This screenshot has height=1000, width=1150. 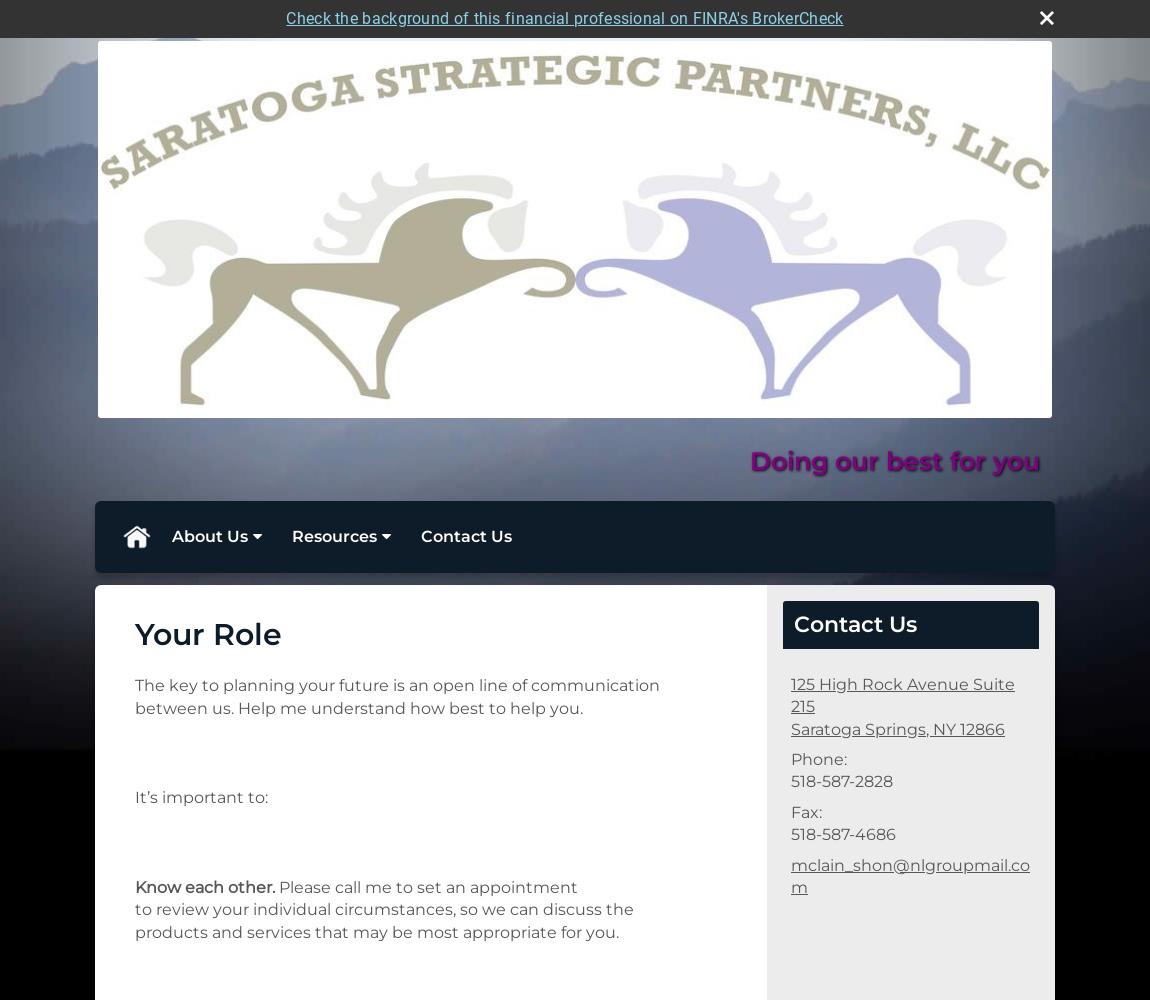 What do you see at coordinates (134, 685) in the screenshot?
I see `'The key to planning your future is an open line of communication'` at bounding box center [134, 685].